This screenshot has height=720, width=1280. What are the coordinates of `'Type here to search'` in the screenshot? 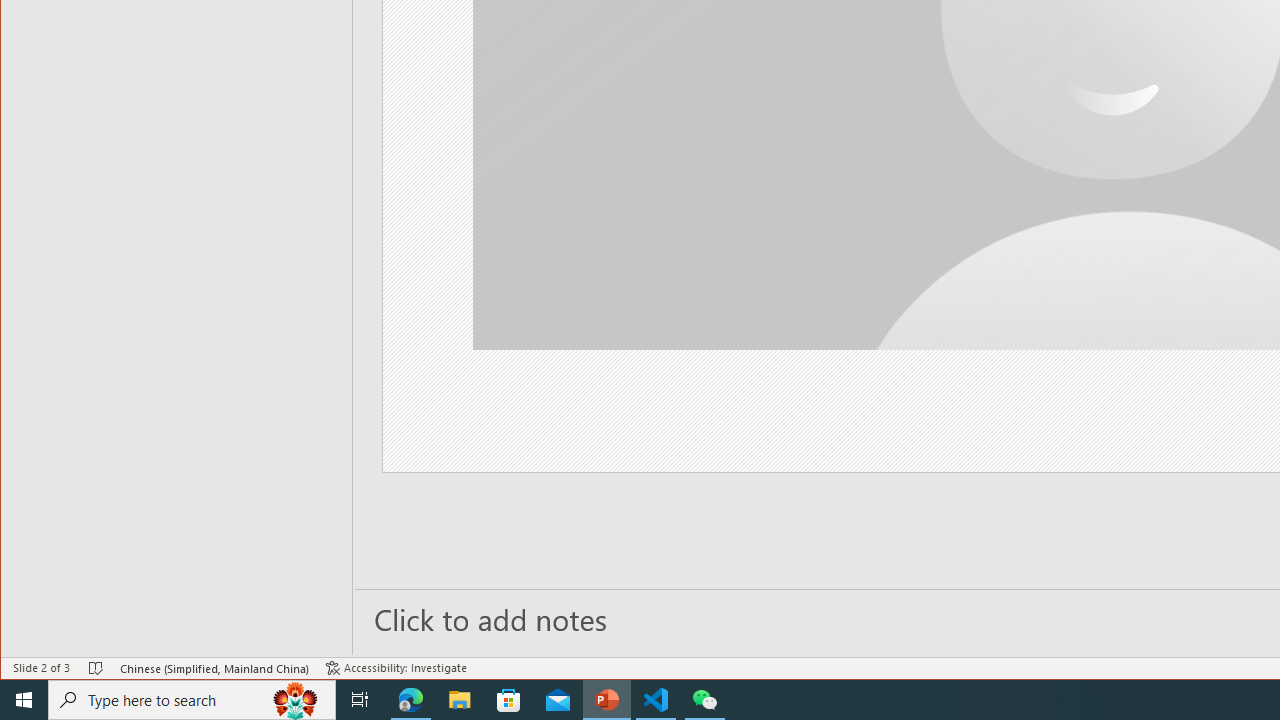 It's located at (192, 698).